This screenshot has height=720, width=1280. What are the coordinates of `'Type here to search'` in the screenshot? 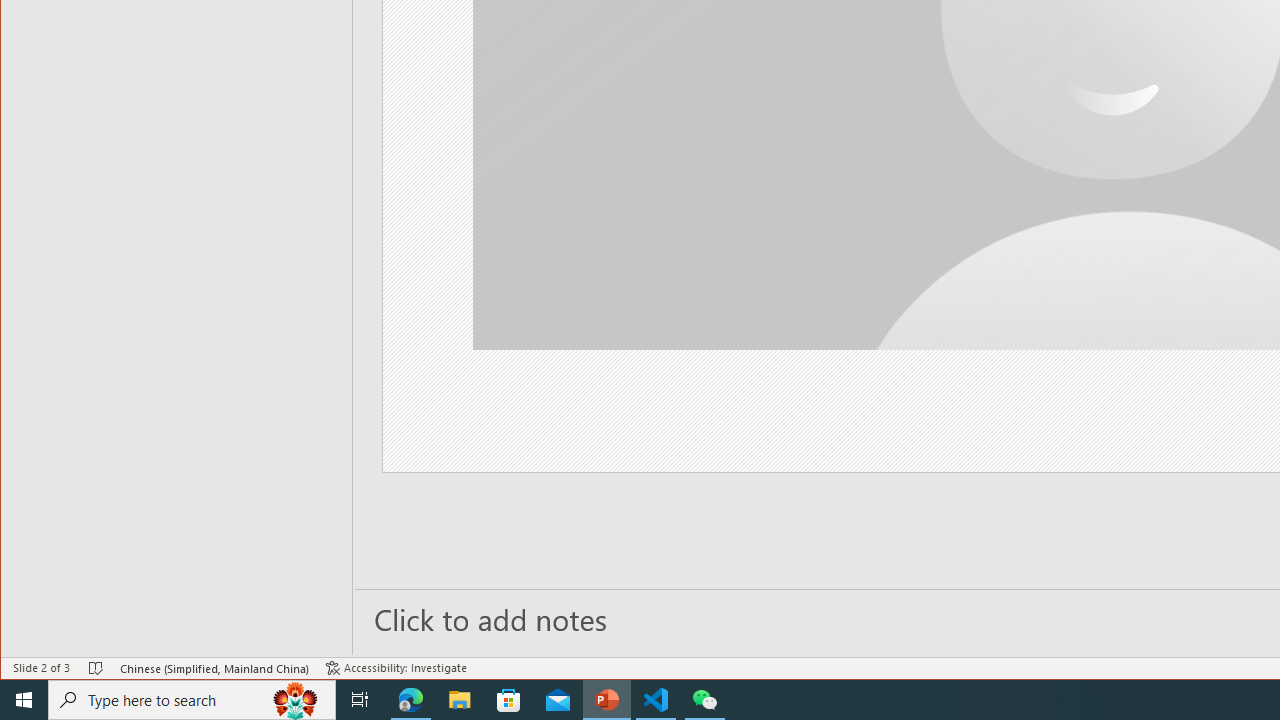 It's located at (192, 698).